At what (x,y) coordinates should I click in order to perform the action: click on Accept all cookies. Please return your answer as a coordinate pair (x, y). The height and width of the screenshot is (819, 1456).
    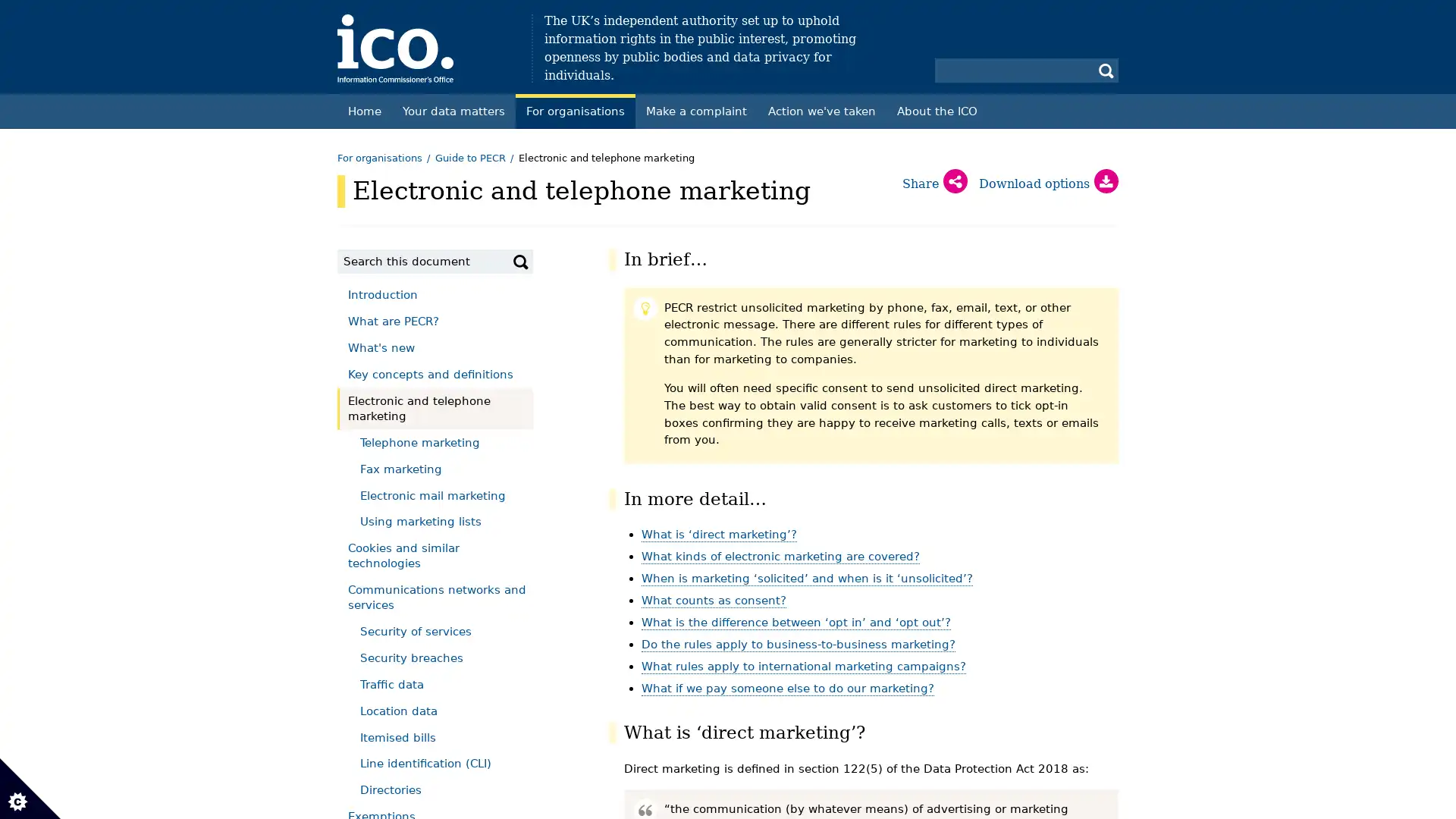
    Looking at the image, I should click on (99, 197).